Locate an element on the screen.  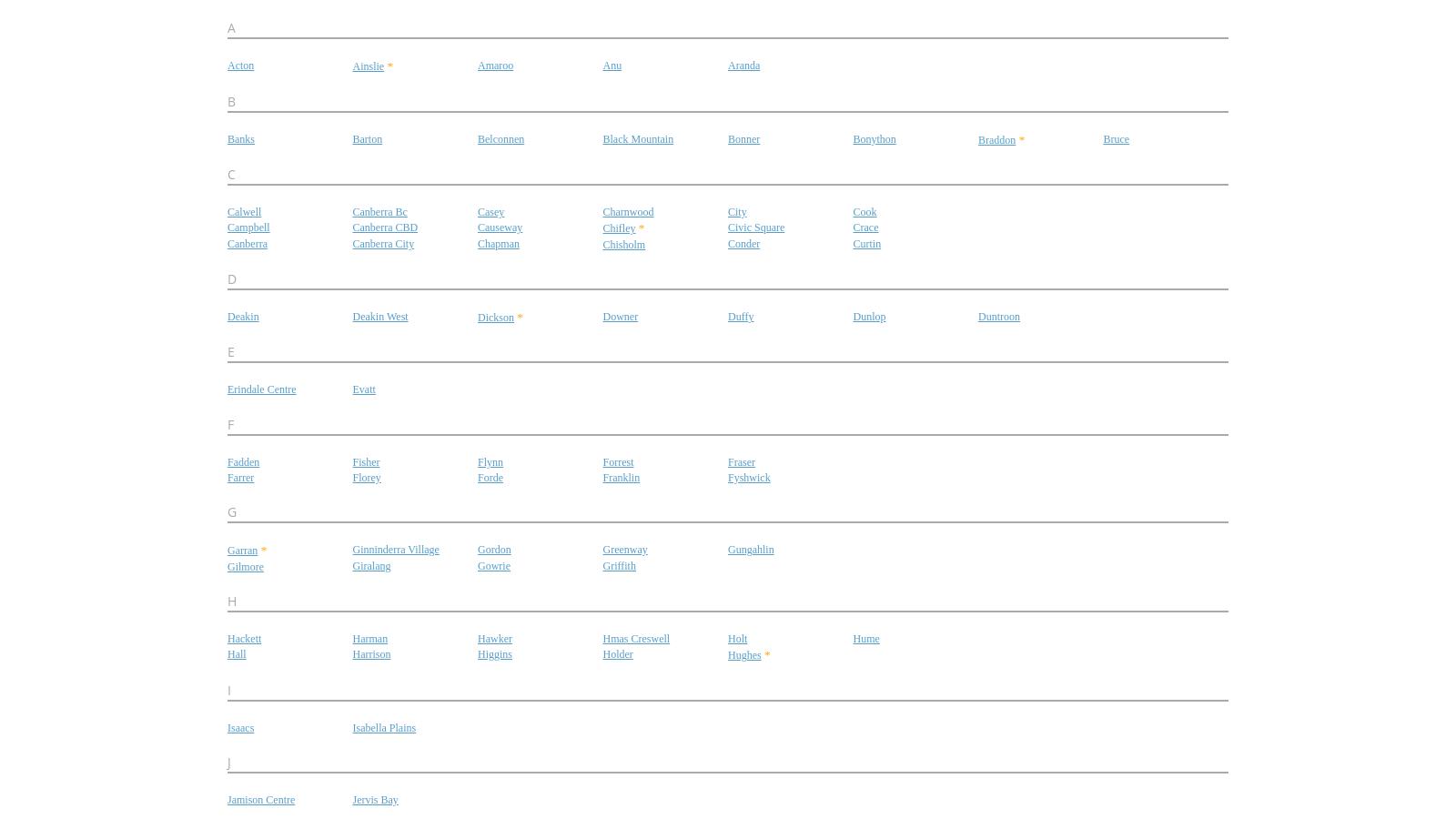
'Isabella Plains' is located at coordinates (383, 727).